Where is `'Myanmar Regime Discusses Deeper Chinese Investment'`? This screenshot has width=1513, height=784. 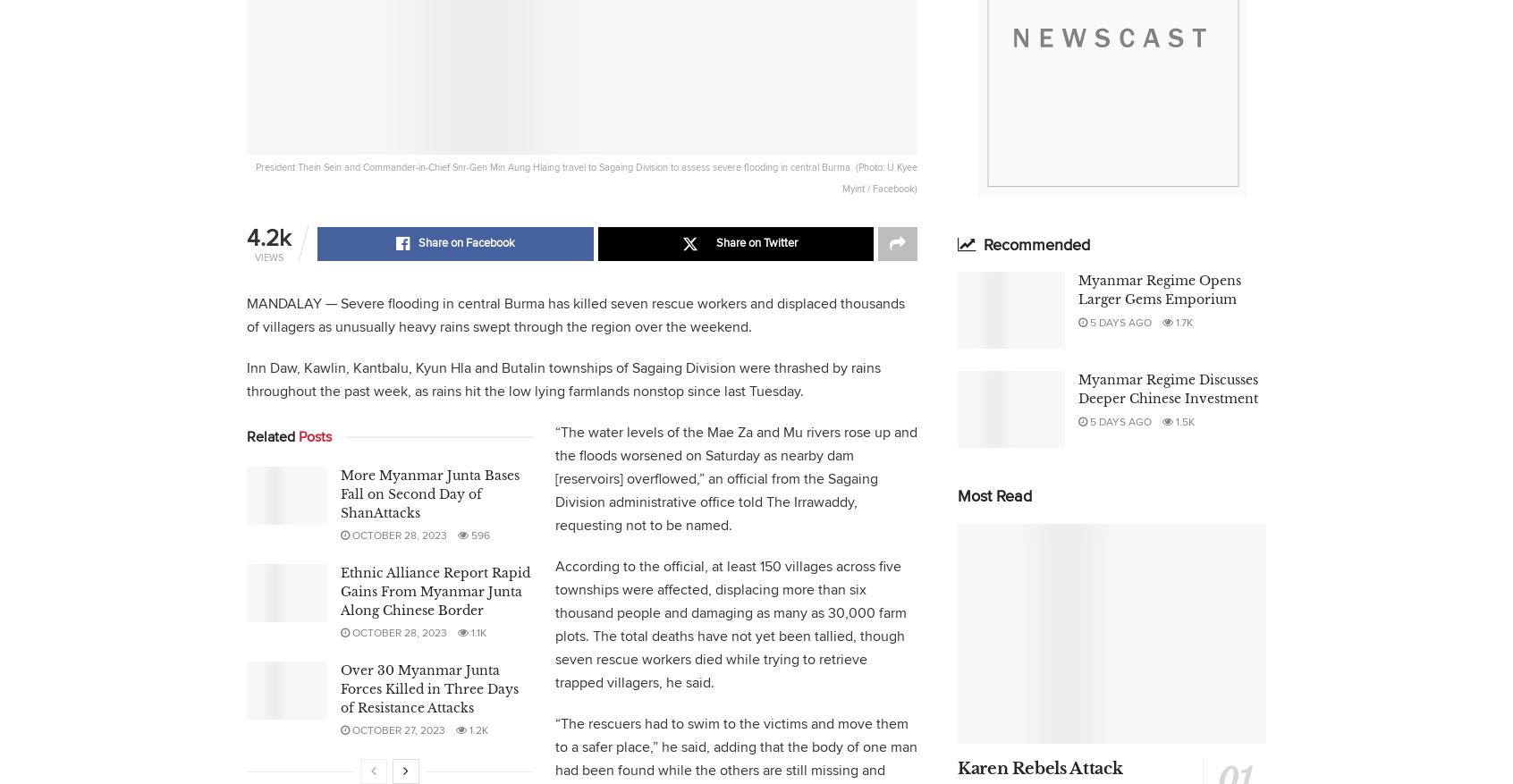 'Myanmar Regime Discusses Deeper Chinese Investment' is located at coordinates (1167, 387).